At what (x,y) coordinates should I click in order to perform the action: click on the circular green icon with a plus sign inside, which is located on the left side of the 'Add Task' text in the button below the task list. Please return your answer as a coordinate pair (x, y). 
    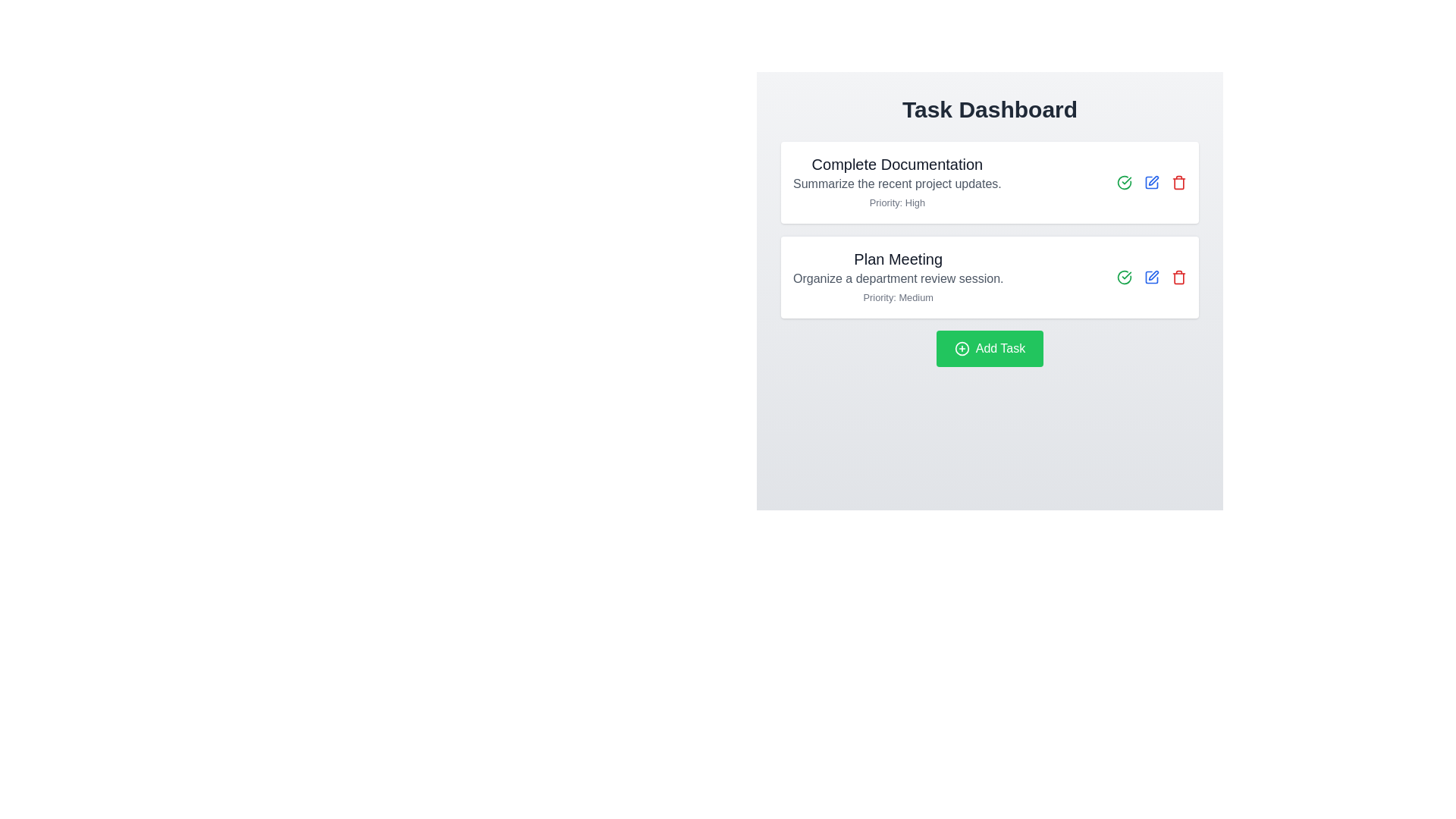
    Looking at the image, I should click on (961, 348).